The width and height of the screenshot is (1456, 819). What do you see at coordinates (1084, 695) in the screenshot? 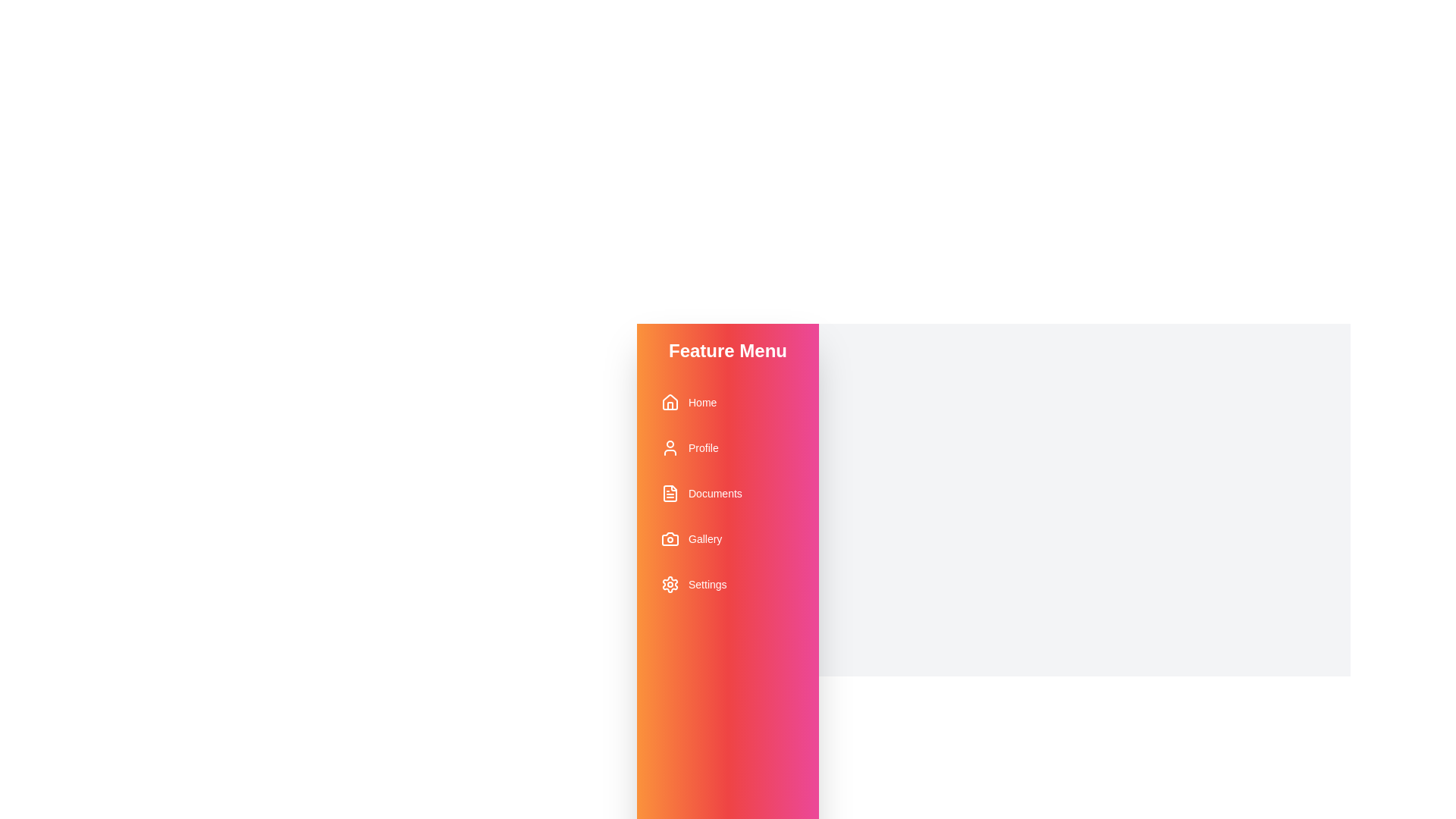
I see `'Close Drawer' button to toggle the drawer's state` at bounding box center [1084, 695].